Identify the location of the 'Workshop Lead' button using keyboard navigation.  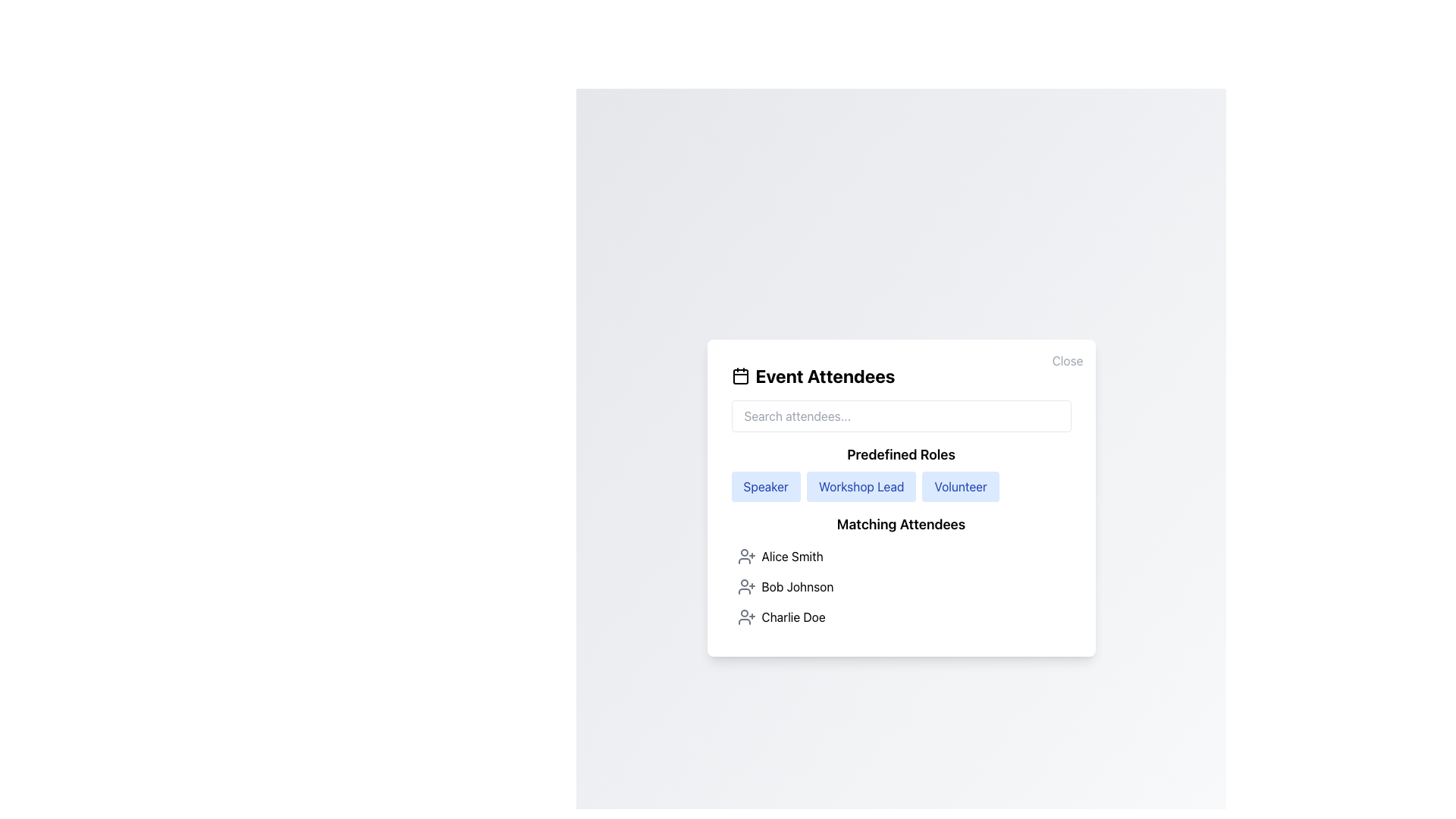
(861, 486).